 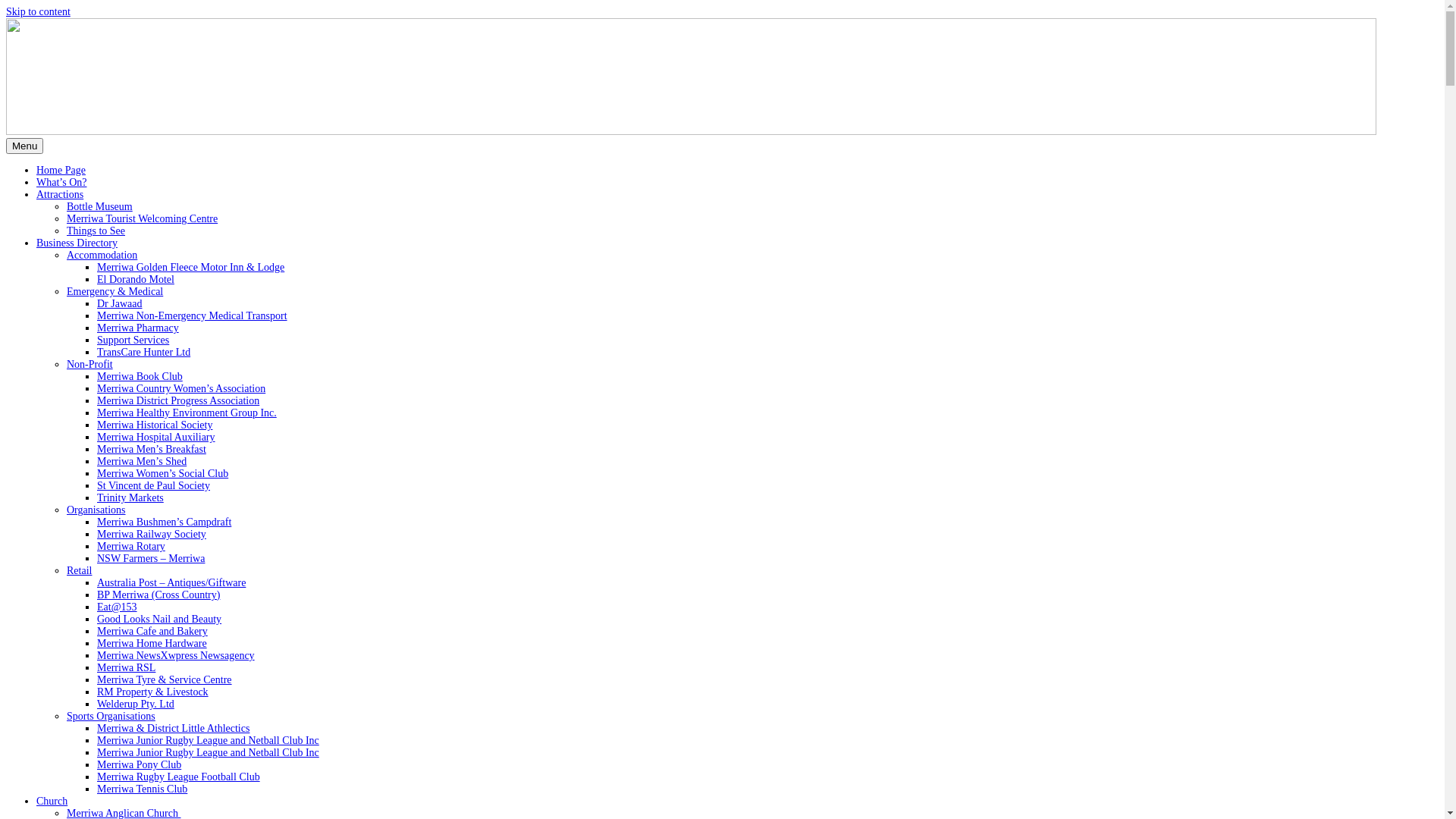 I want to click on 'Merriwa Pharmacy', so click(x=138, y=327).